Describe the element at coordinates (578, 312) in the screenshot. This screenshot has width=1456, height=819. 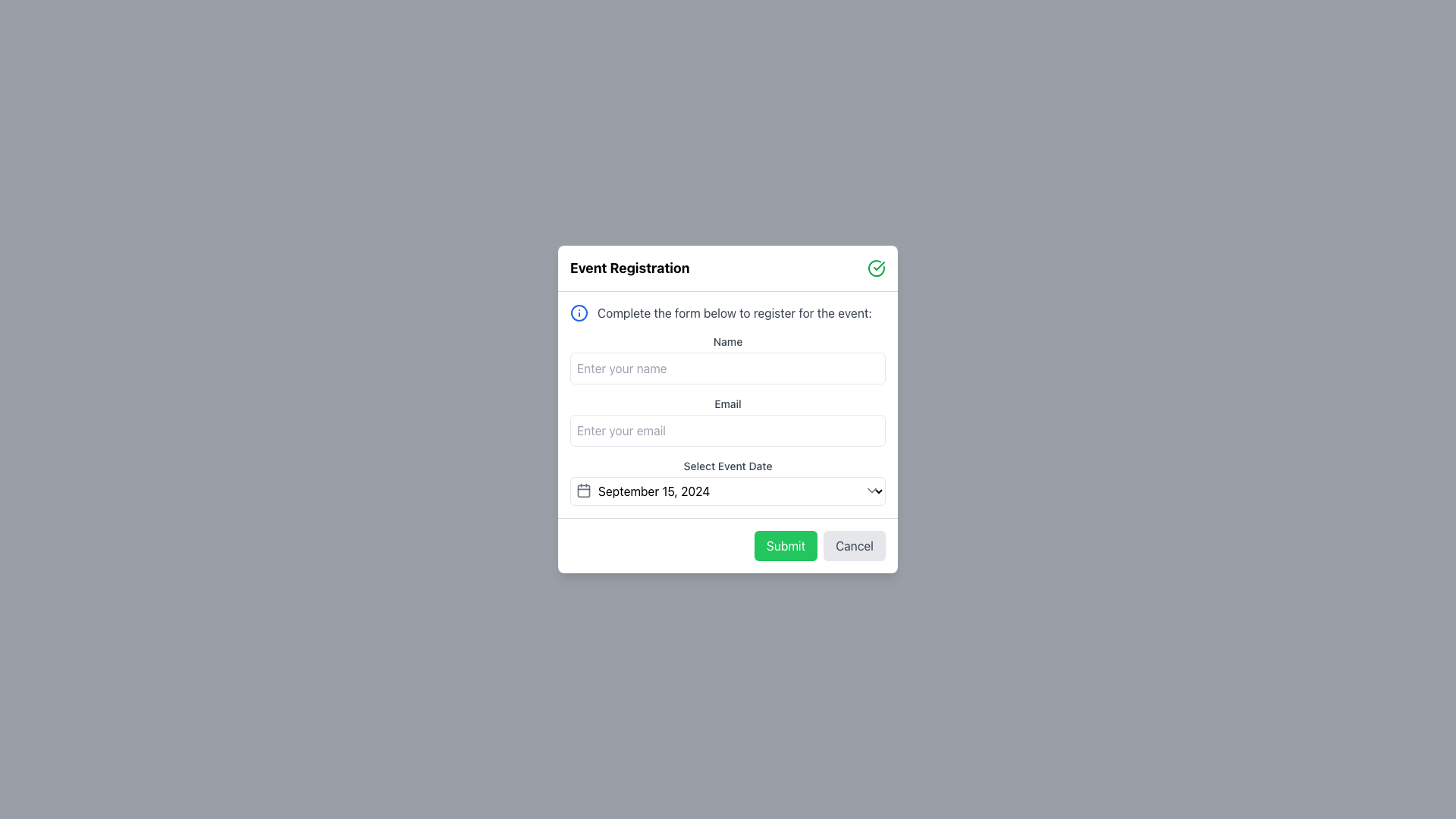
I see `the informational icon represented as a blue outlined circle with a lowercase 'i'` at that location.